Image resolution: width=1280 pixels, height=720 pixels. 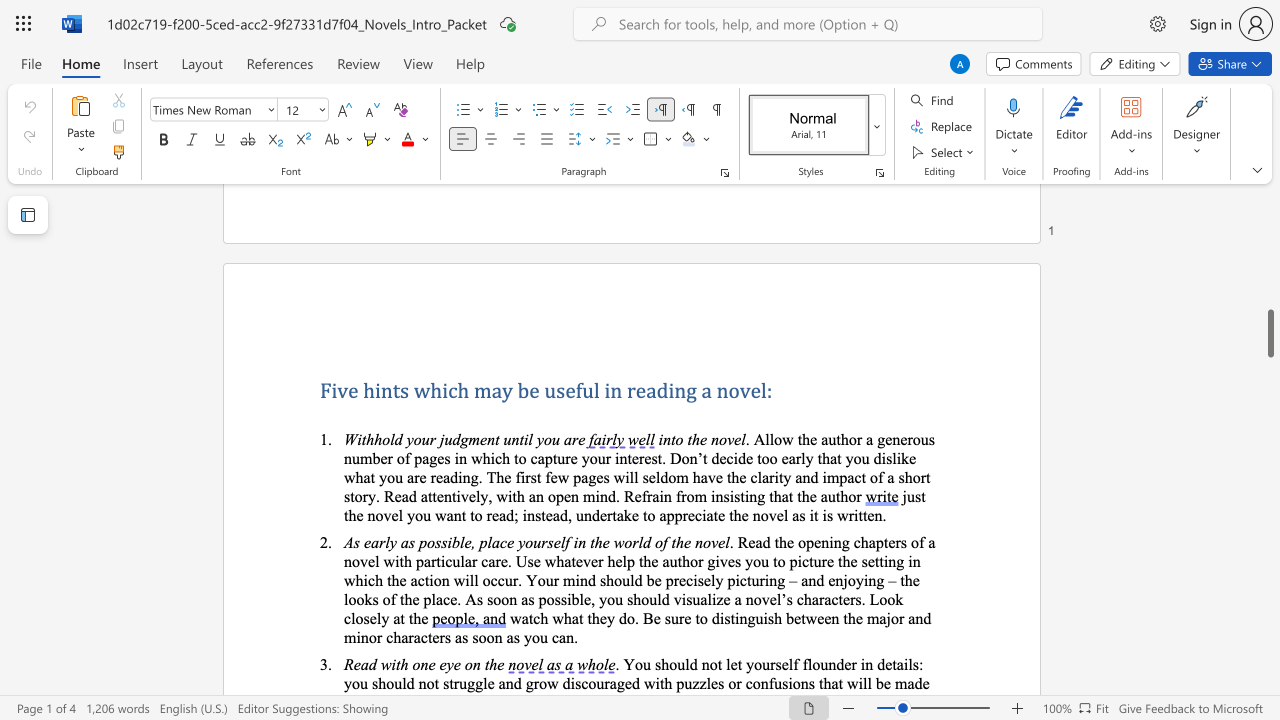 What do you see at coordinates (673, 438) in the screenshot?
I see `the 1th character "t" in the text` at bounding box center [673, 438].